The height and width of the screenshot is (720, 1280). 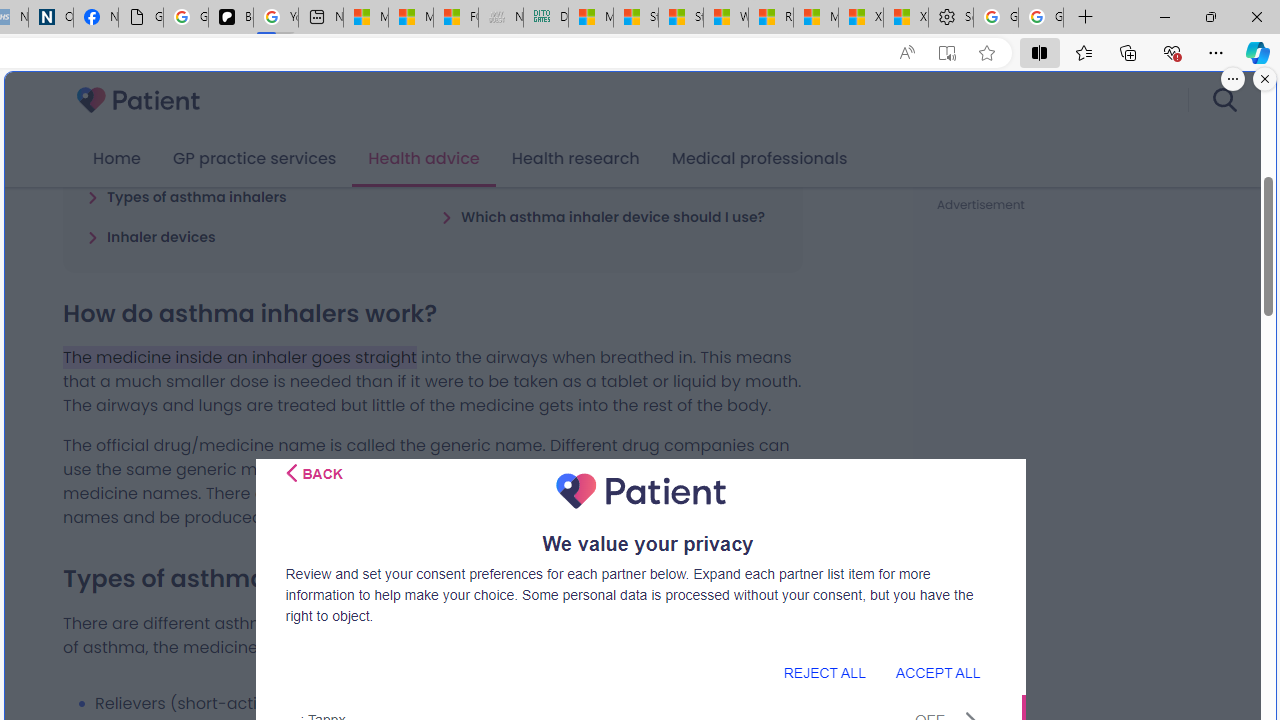 I want to click on 'Back', so click(x=313, y=473).